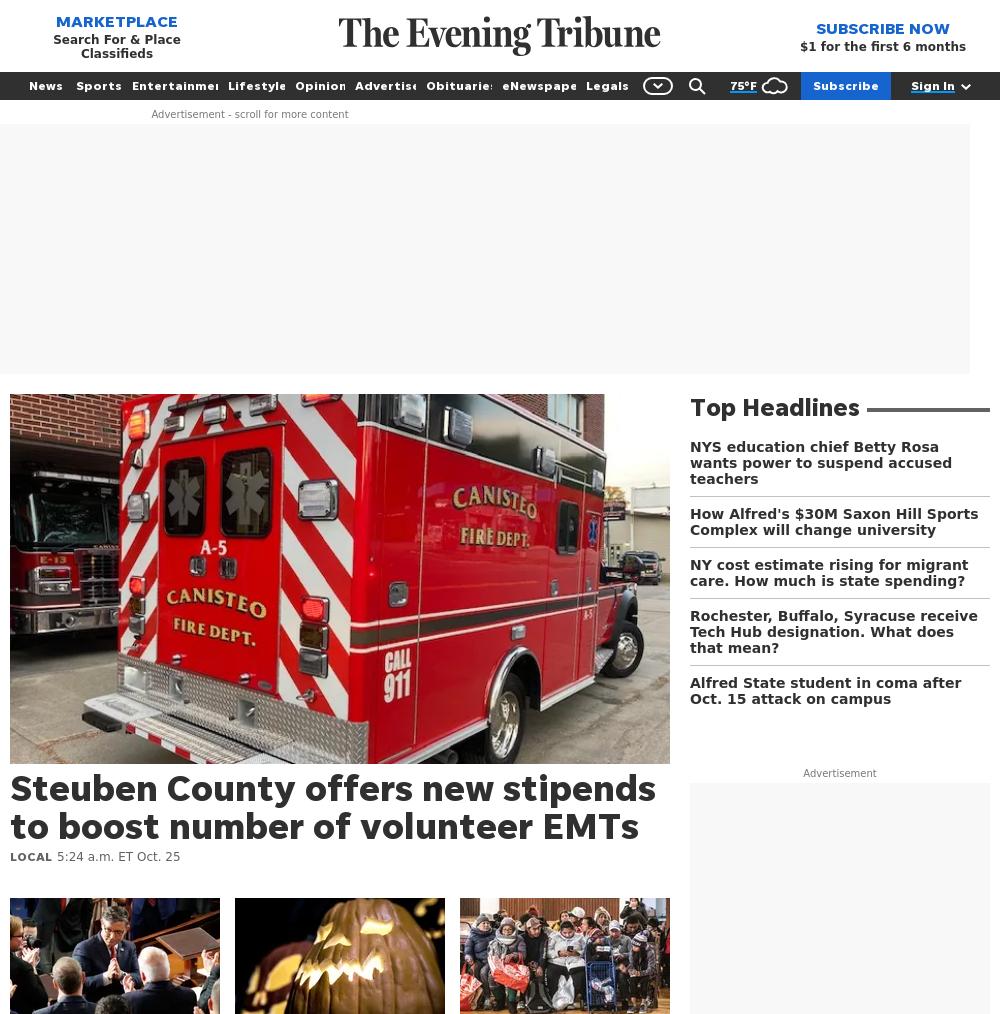 Image resolution: width=1000 pixels, height=1014 pixels. Describe the element at coordinates (354, 84) in the screenshot. I see `'Advertise'` at that location.